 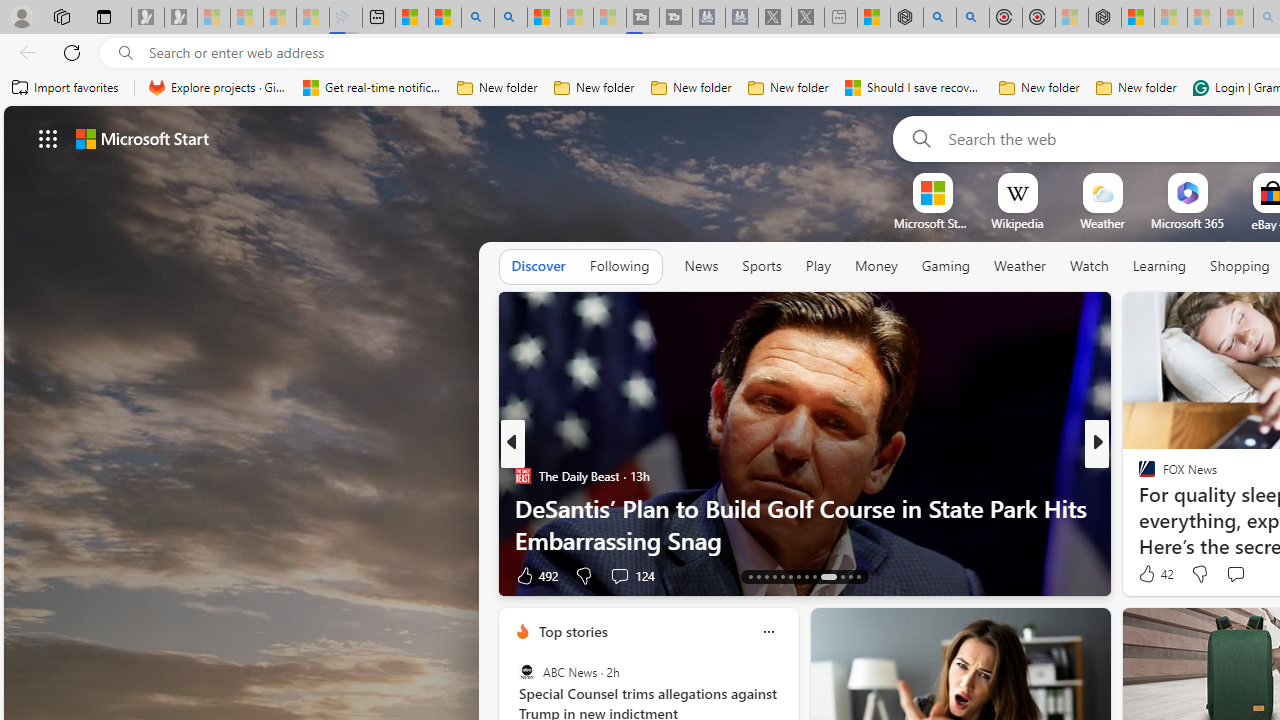 I want to click on 'AutomationID: tab-18', so click(x=789, y=577).